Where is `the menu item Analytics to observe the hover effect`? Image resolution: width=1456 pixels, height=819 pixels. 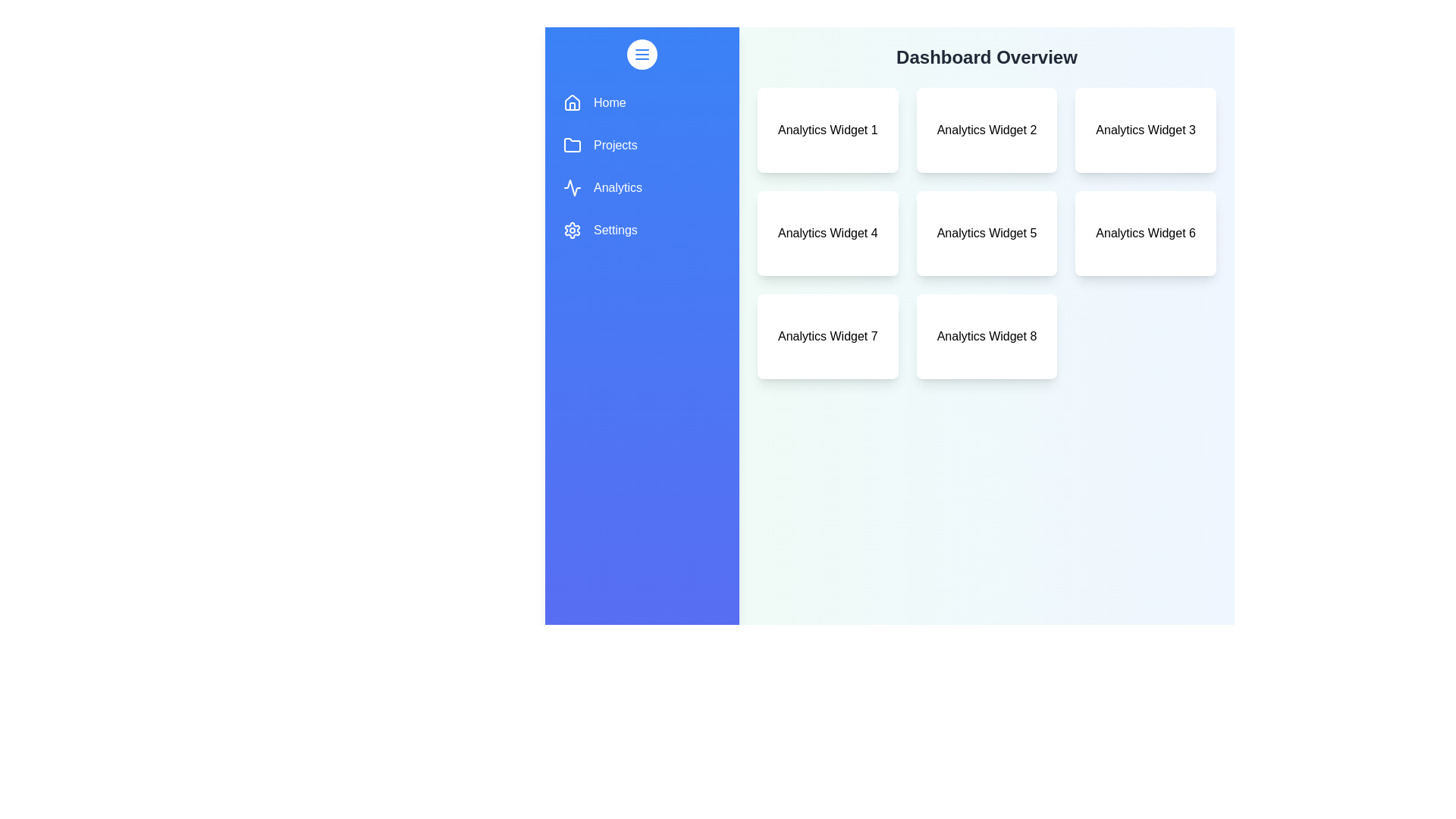
the menu item Analytics to observe the hover effect is located at coordinates (642, 187).